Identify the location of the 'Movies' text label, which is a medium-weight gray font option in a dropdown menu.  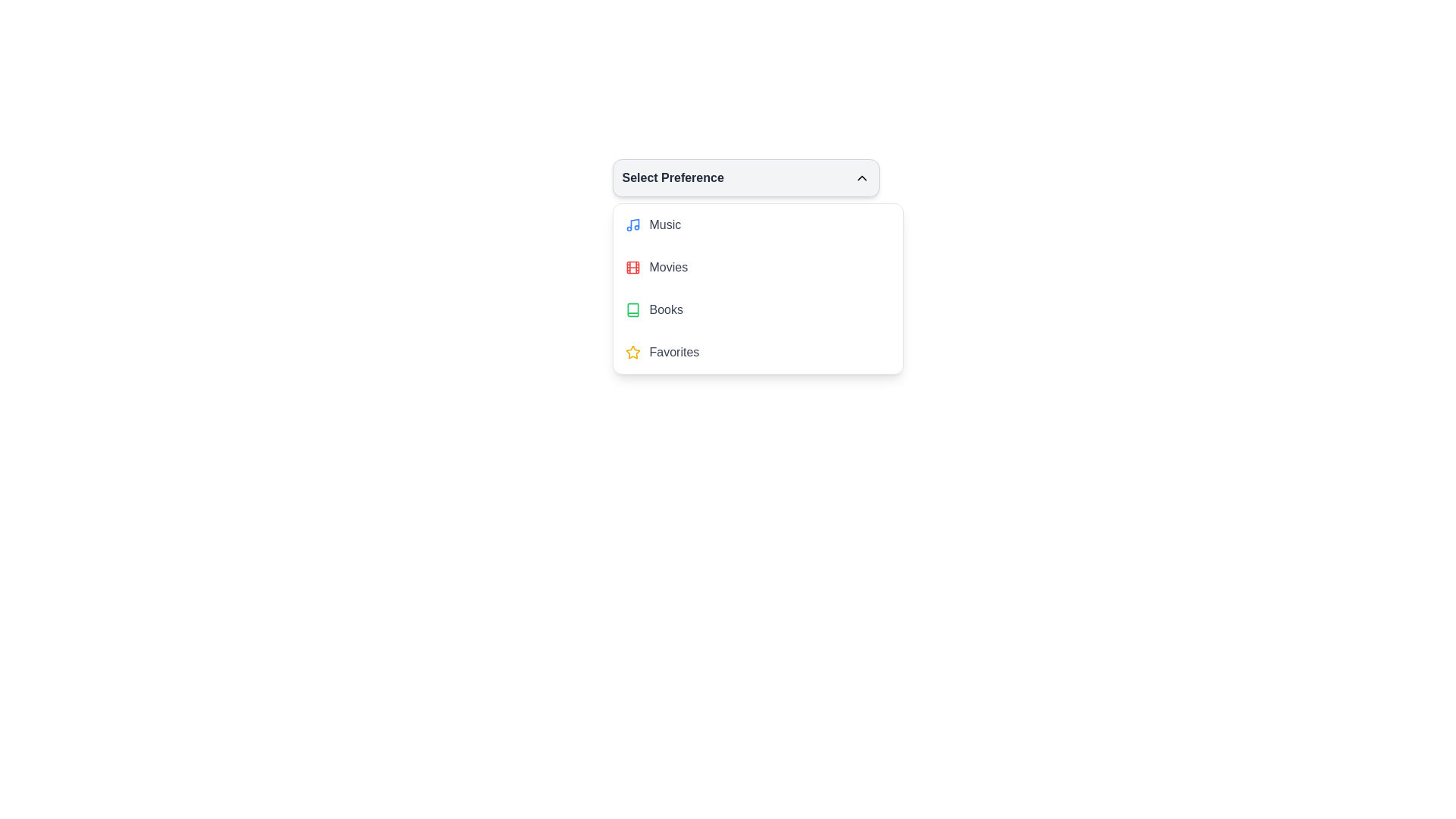
(667, 267).